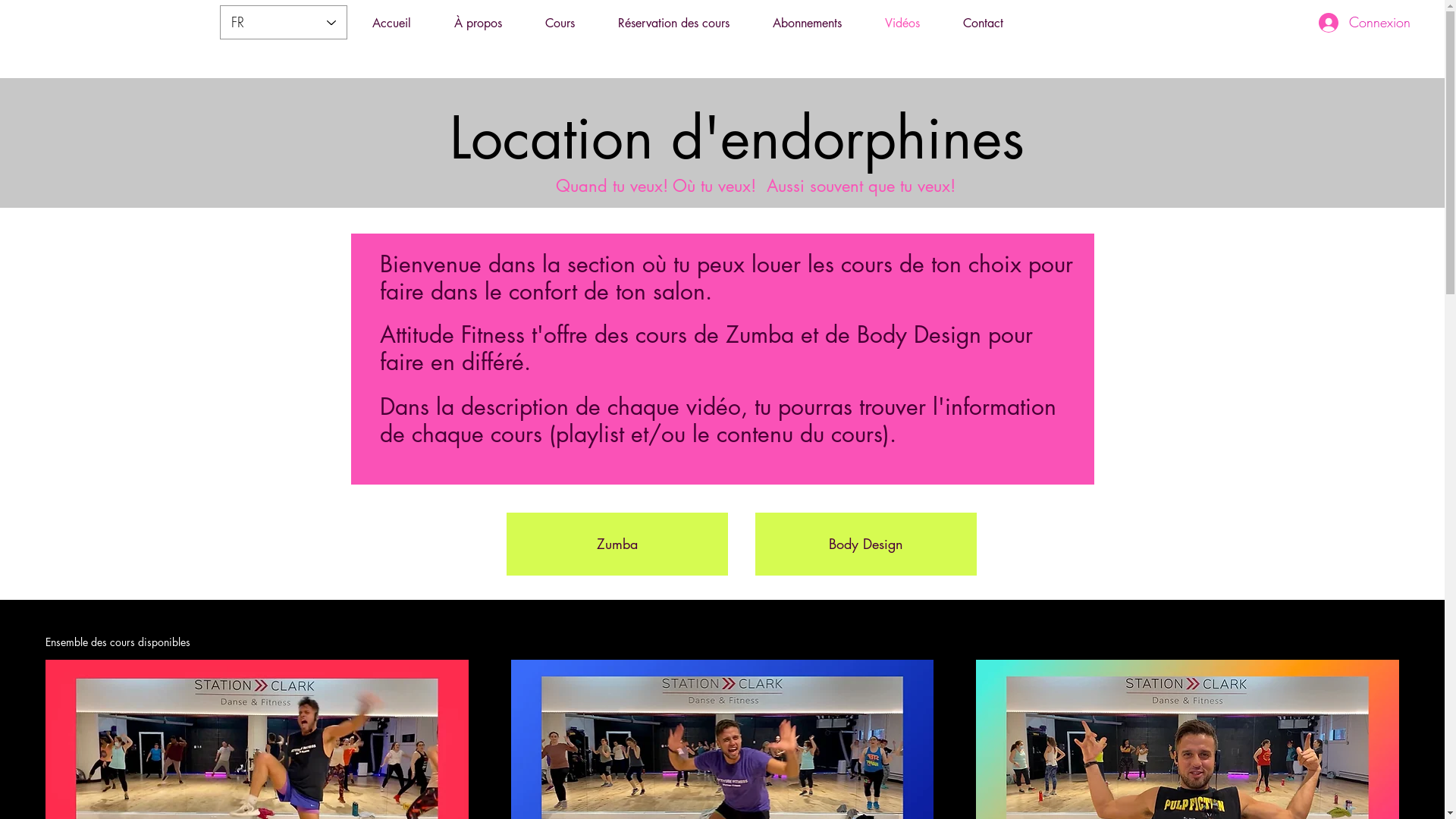 This screenshot has width=1456, height=819. Describe the element at coordinates (391, 23) in the screenshot. I see `'Accueil'` at that location.